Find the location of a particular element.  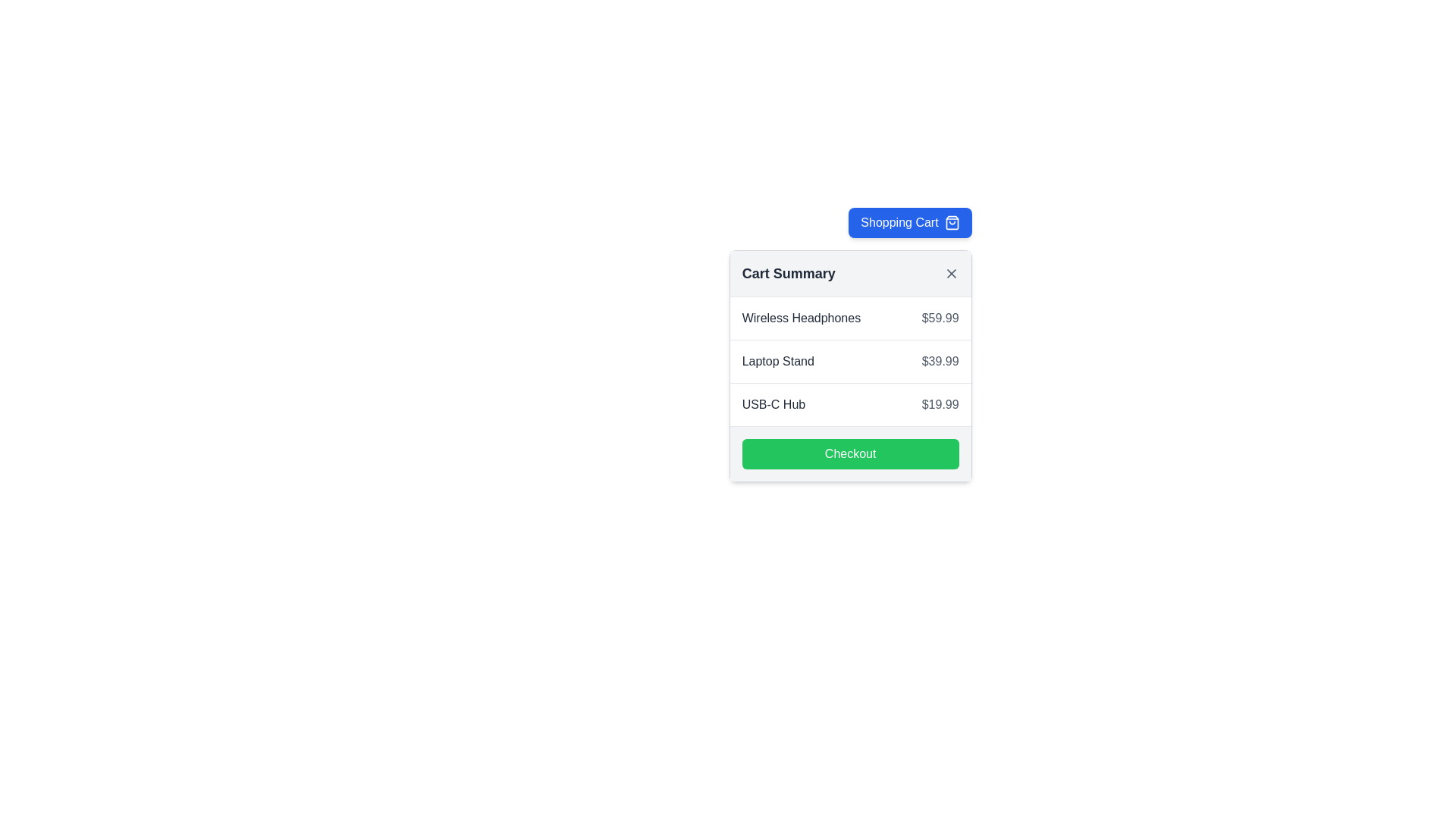

the list item displaying 'Laptop Stand' and its price '$39.99' in the Cart Summary section, which is the second item in the list is located at coordinates (850, 361).